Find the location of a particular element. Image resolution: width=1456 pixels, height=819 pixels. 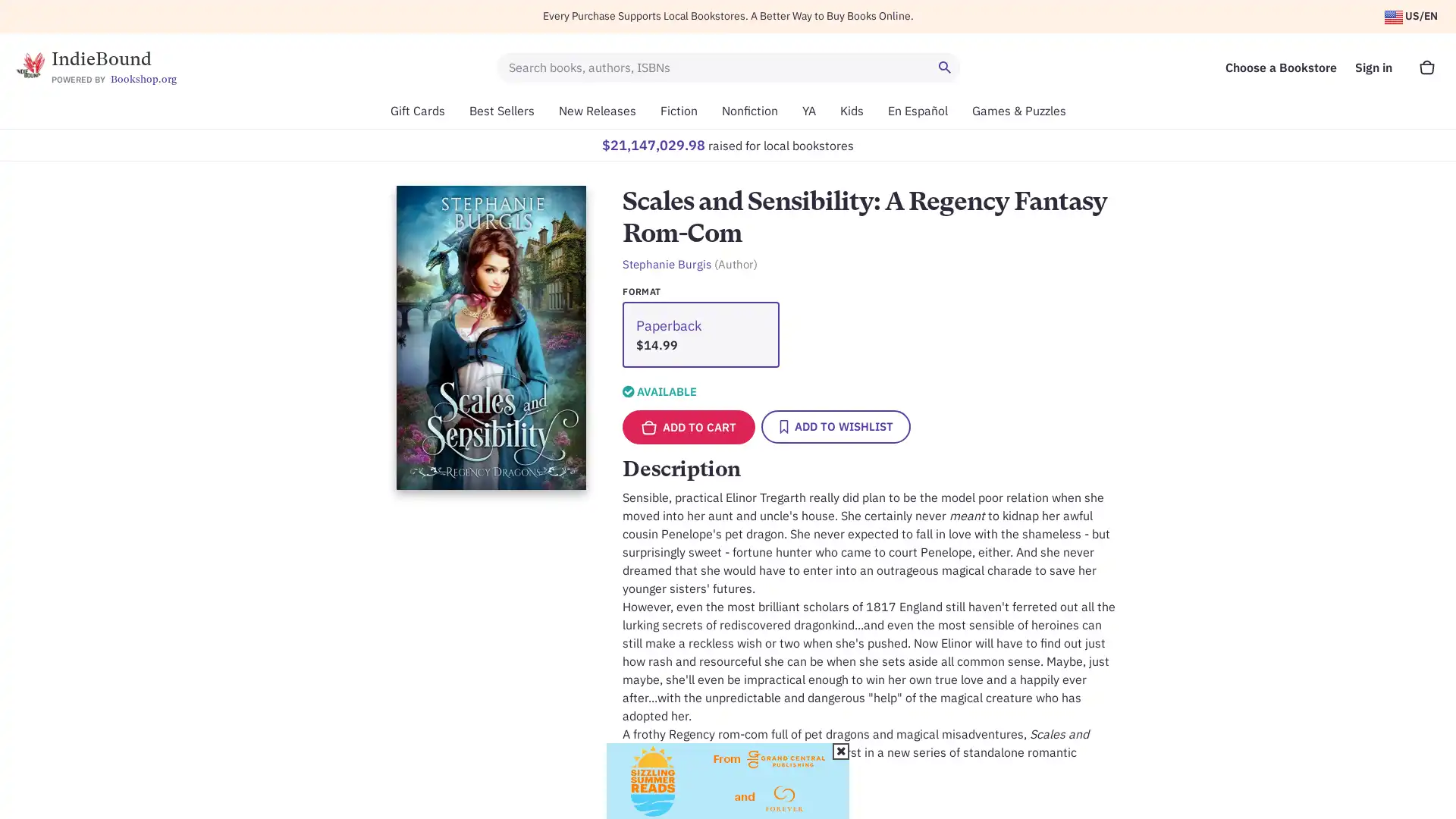

ADD TO CART is located at coordinates (688, 427).